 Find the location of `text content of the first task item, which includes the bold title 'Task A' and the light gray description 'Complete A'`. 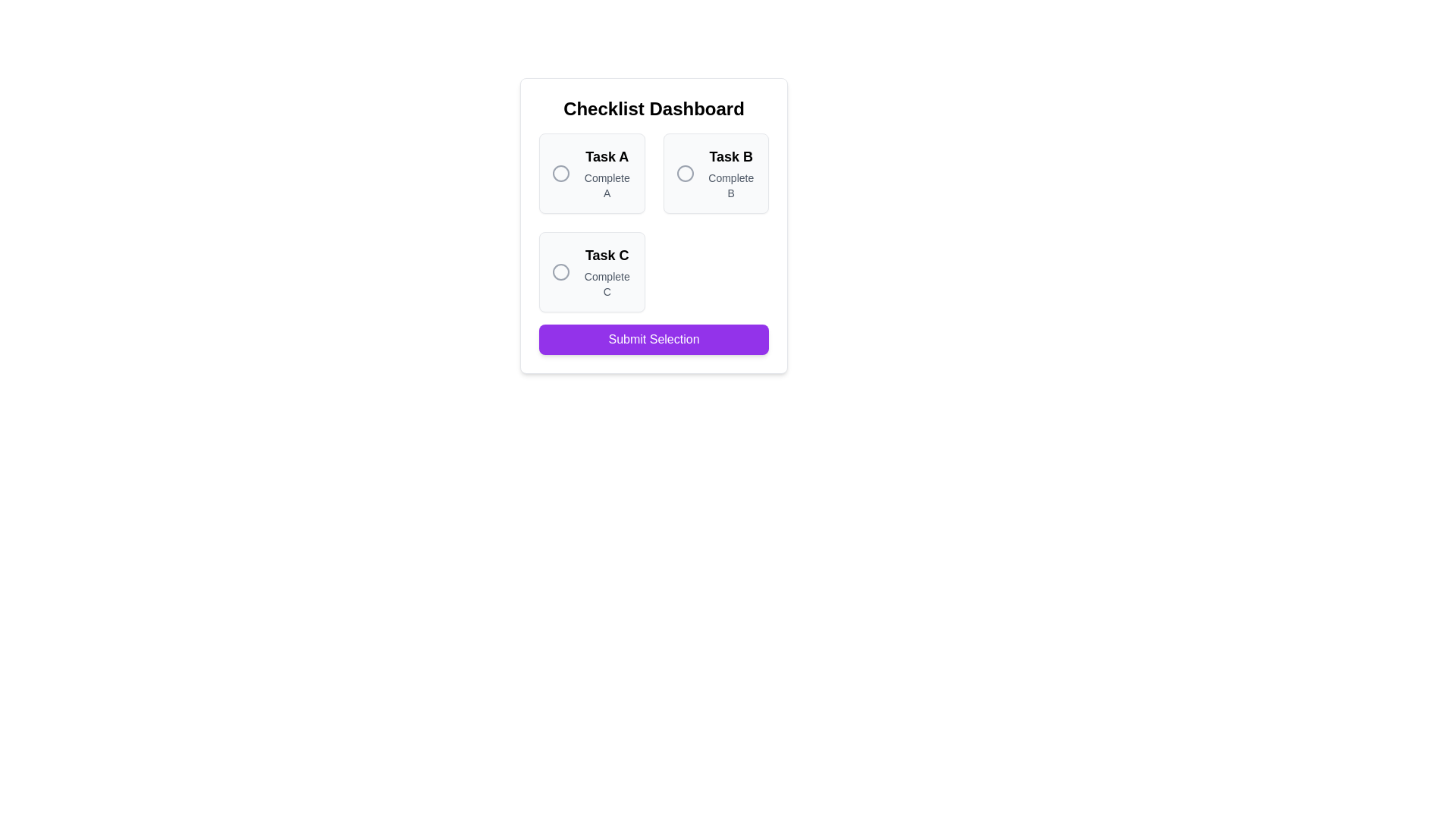

text content of the first task item, which includes the bold title 'Task A' and the light gray description 'Complete A' is located at coordinates (607, 172).